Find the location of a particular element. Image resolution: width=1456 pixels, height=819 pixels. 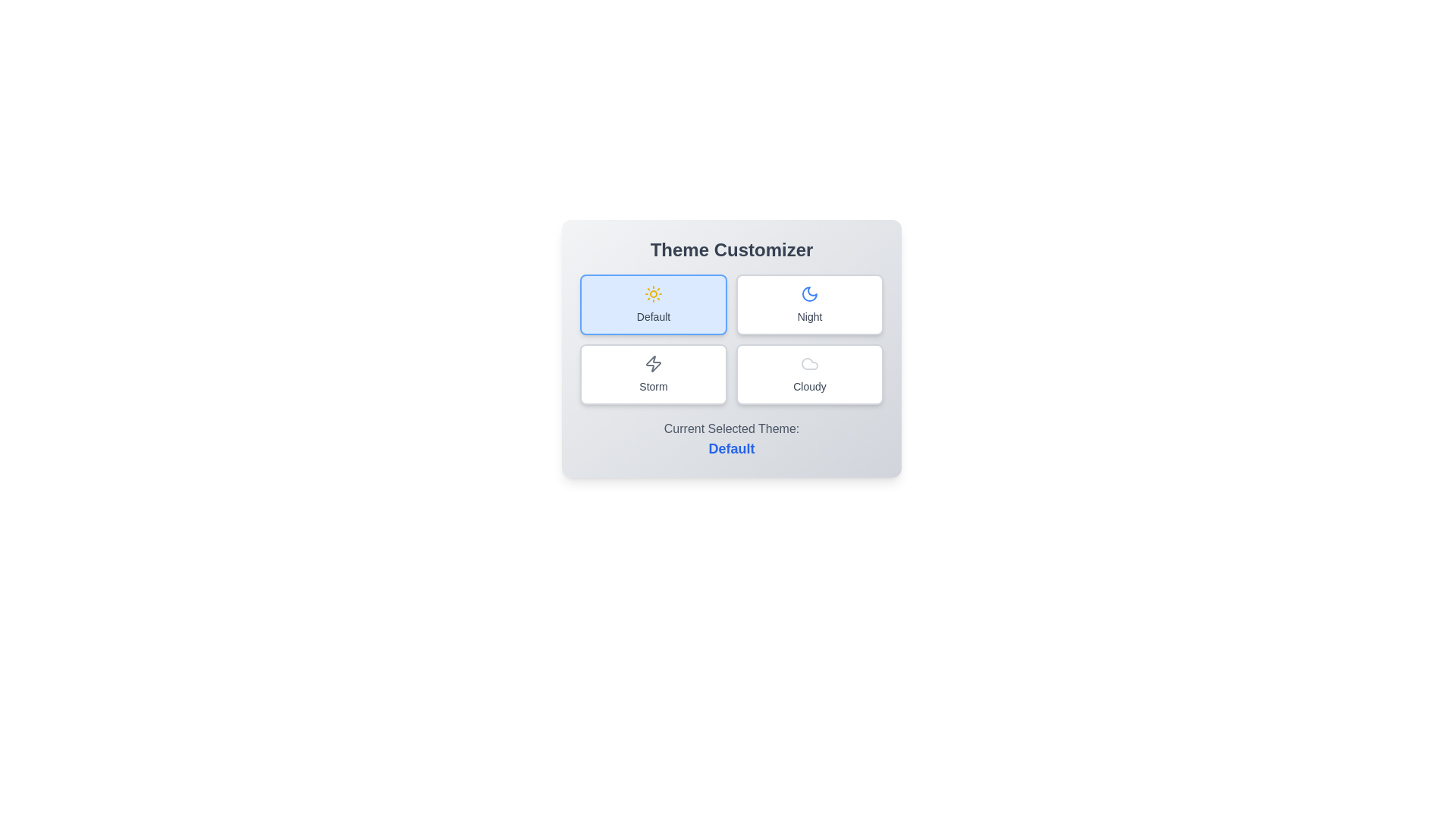

the icon of the Night theme button is located at coordinates (809, 294).